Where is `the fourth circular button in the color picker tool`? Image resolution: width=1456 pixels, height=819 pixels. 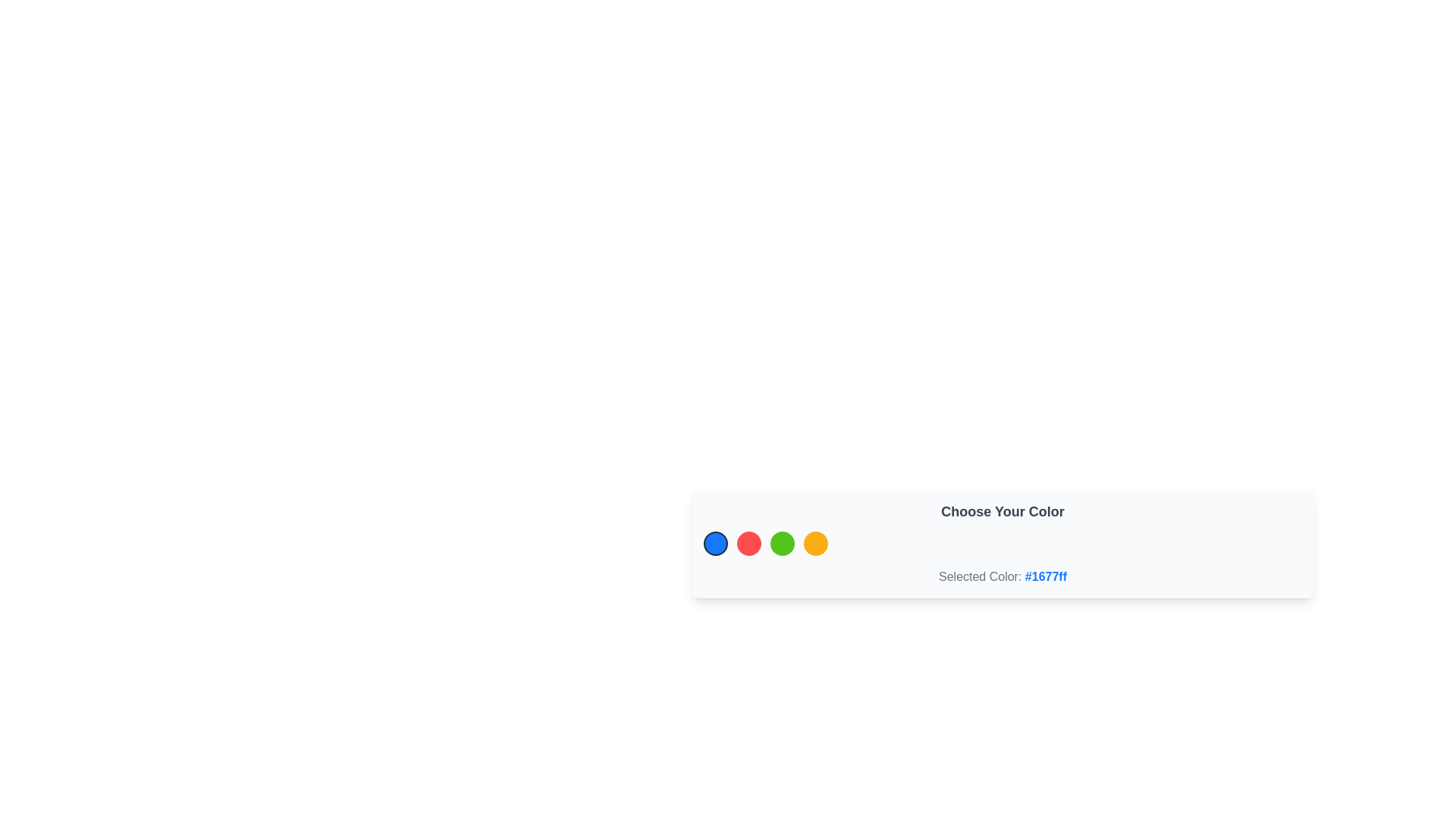
the fourth circular button in the color picker tool is located at coordinates (814, 543).